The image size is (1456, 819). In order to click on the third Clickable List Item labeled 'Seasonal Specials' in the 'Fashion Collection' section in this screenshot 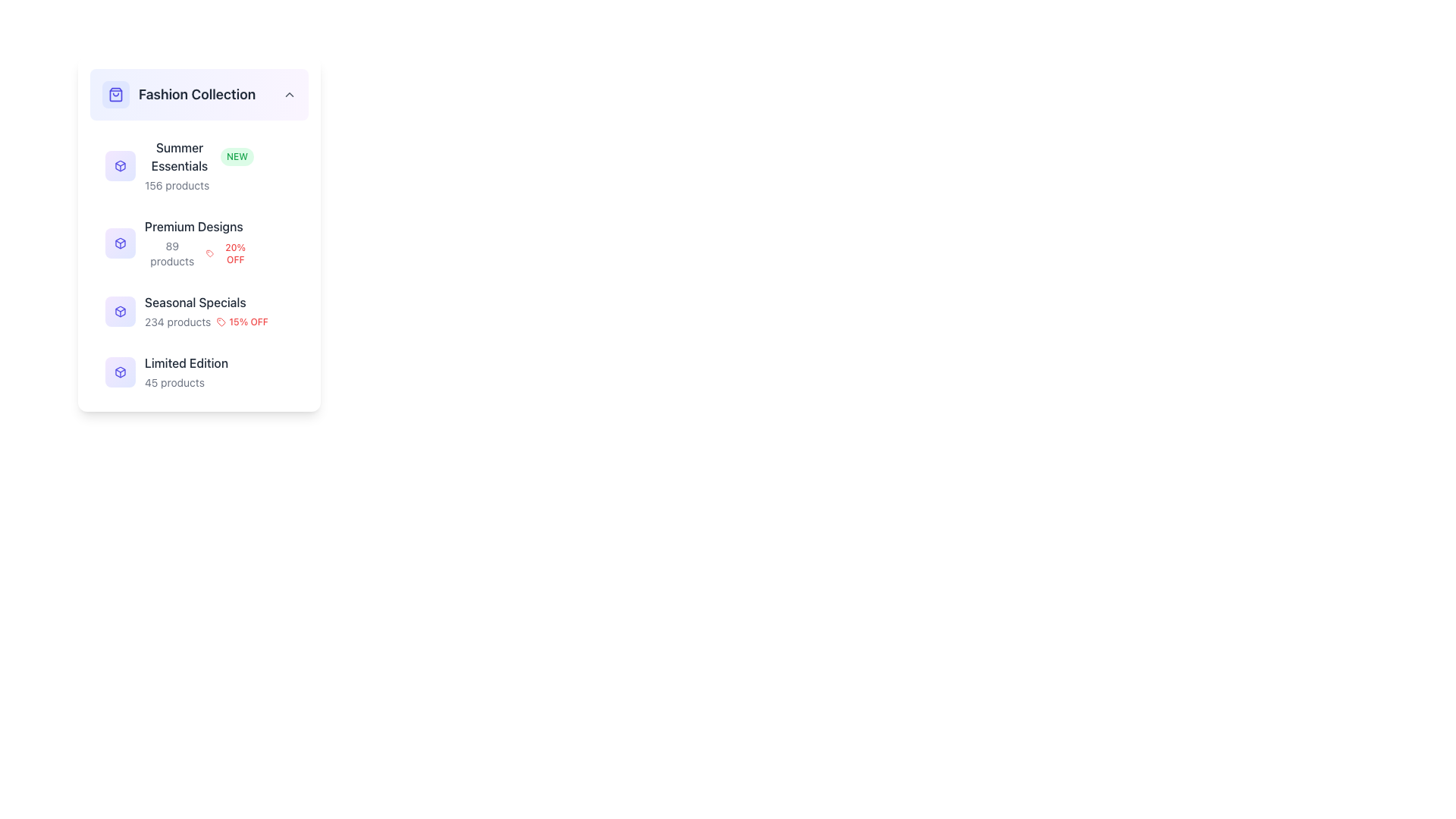, I will do `click(202, 311)`.